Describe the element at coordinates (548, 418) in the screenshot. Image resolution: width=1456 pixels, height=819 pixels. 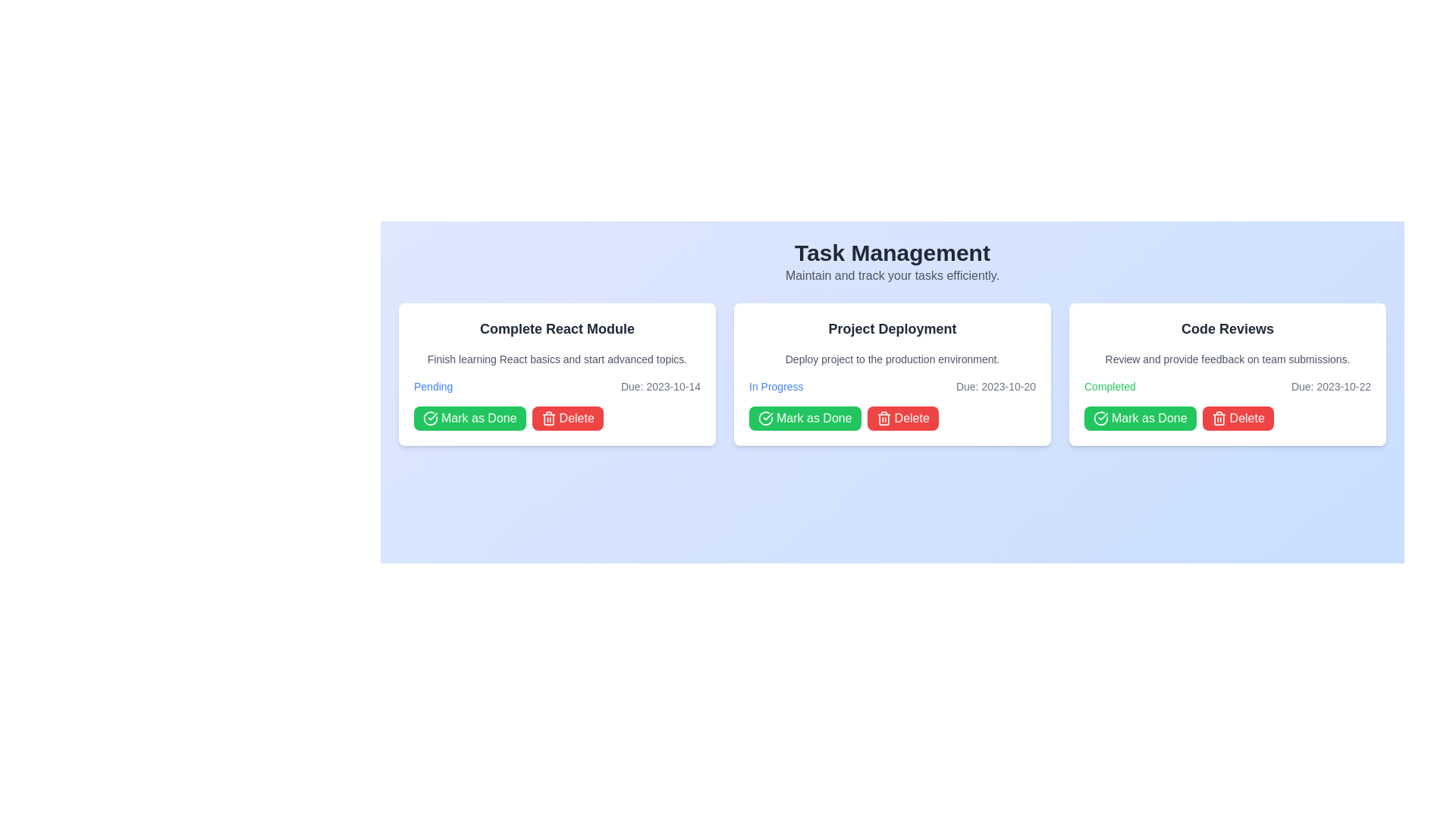
I see `the delete icon within the 'Delete' button of the 'Complete React Module' task card` at that location.